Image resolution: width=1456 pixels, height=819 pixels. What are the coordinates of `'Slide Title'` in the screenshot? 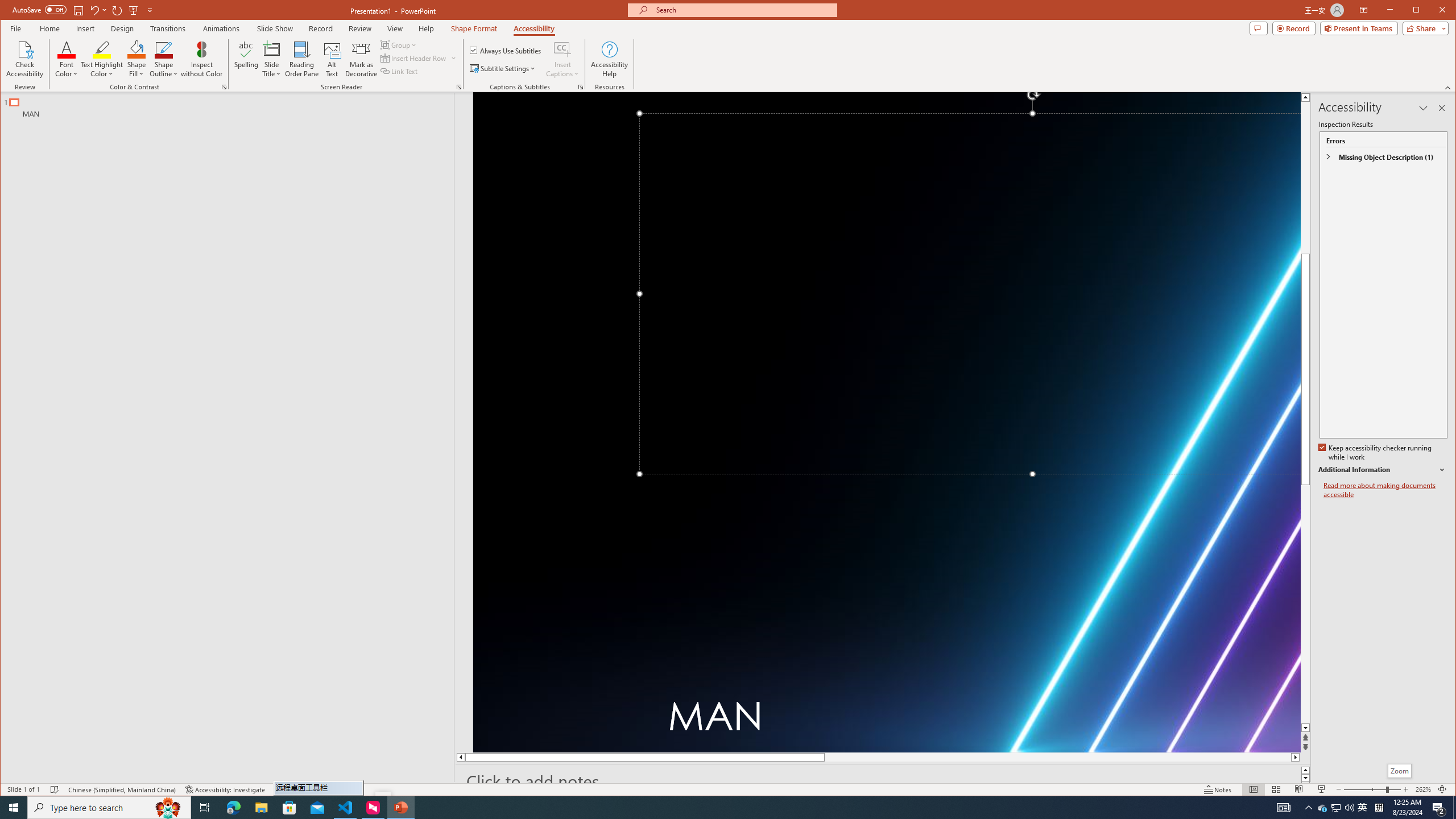 It's located at (271, 48).